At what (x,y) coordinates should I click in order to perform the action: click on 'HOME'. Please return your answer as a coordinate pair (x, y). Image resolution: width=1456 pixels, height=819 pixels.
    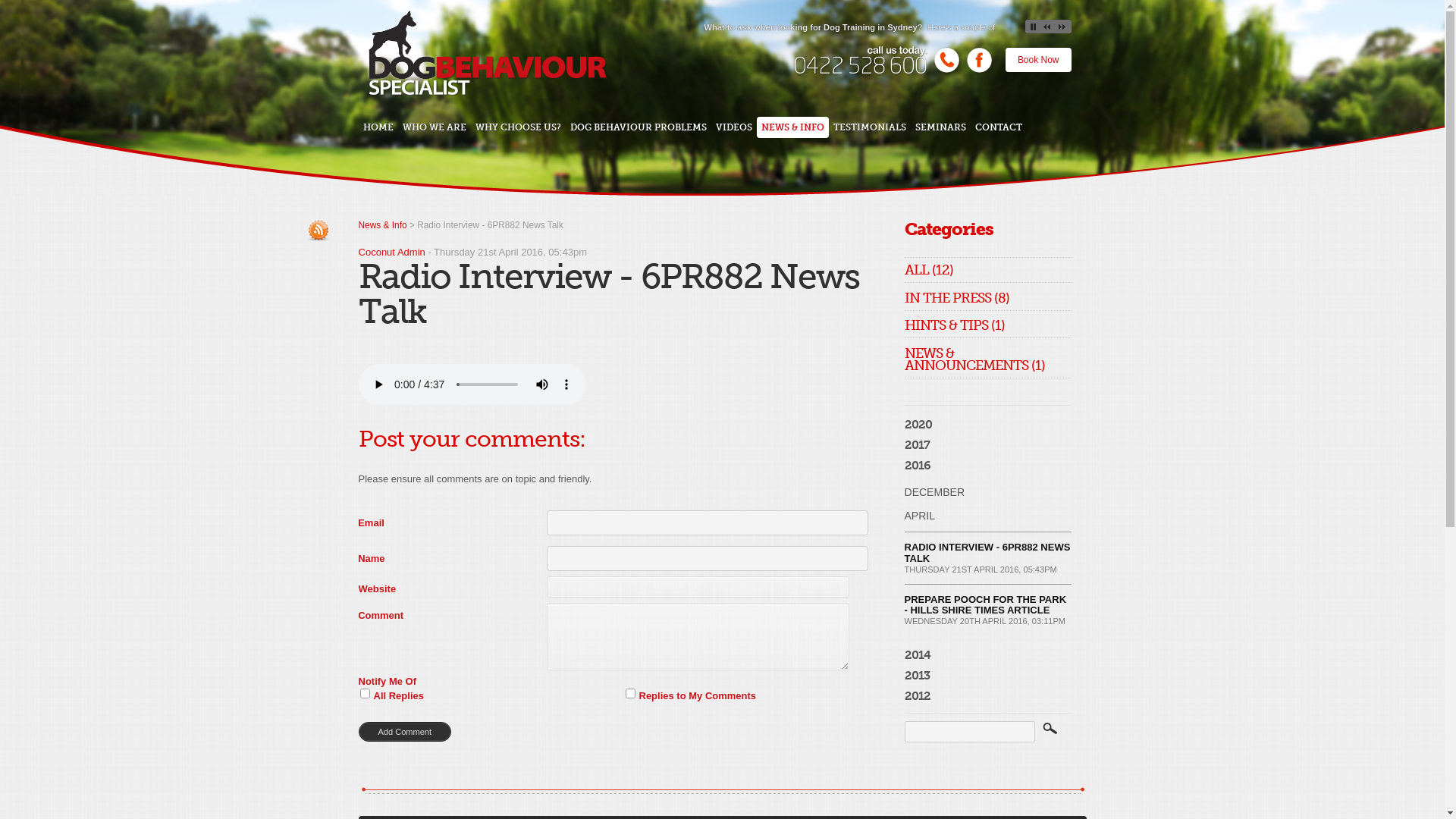
    Looking at the image, I should click on (378, 127).